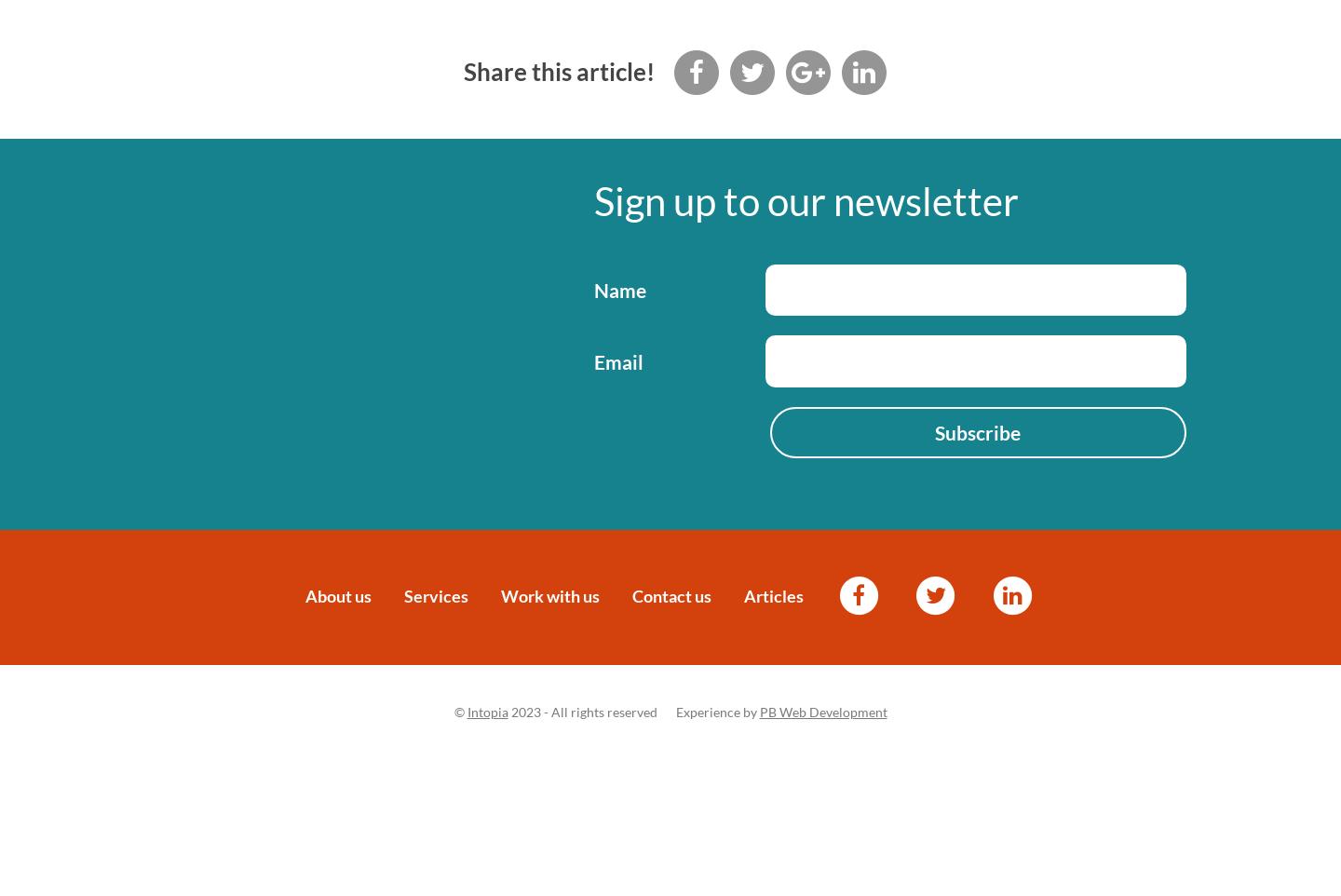 The width and height of the screenshot is (1341, 896). I want to click on 'Name', so click(618, 289).